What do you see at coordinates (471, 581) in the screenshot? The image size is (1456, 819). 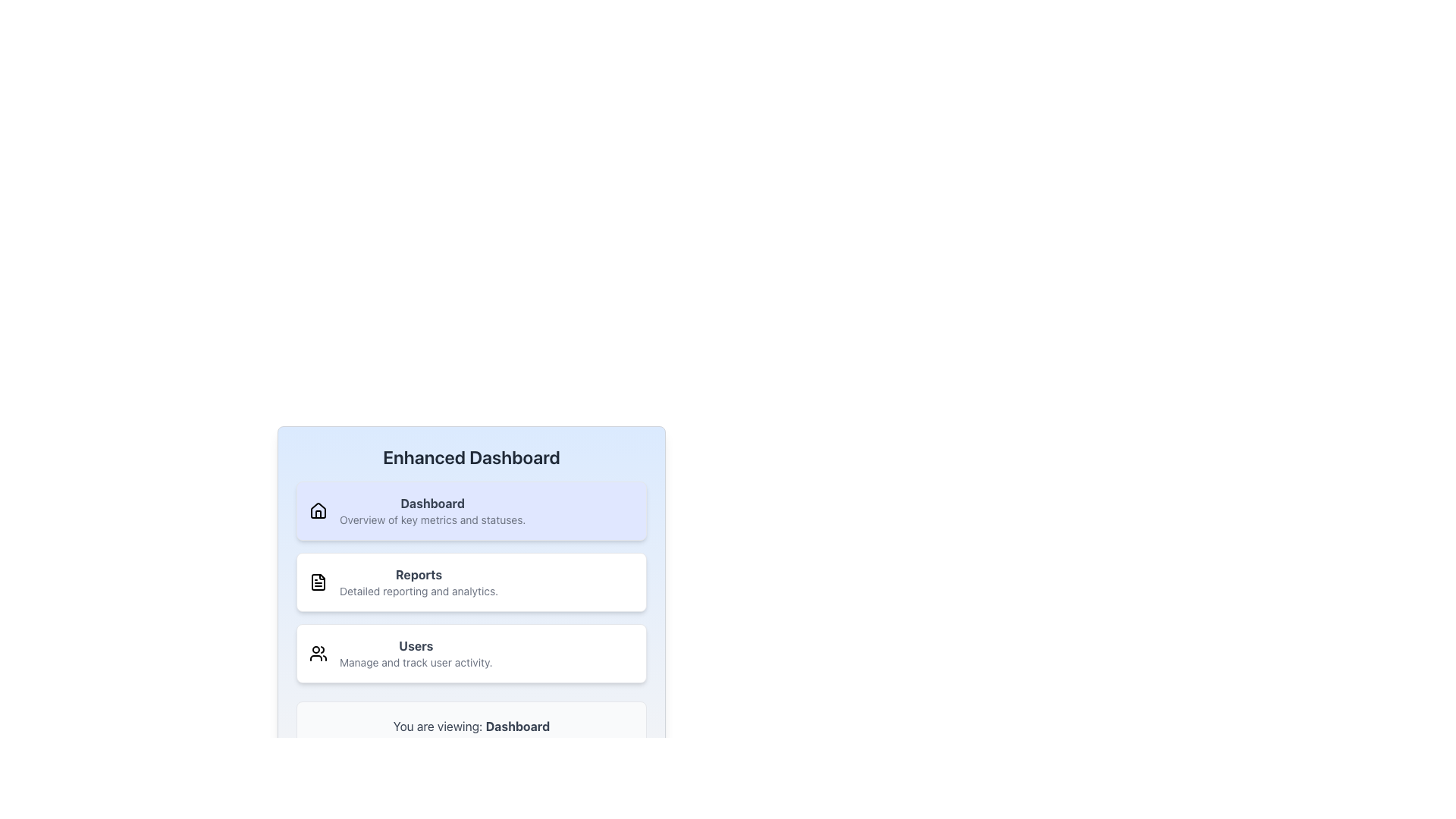 I see `the second card button in the vertically stacked list` at bounding box center [471, 581].